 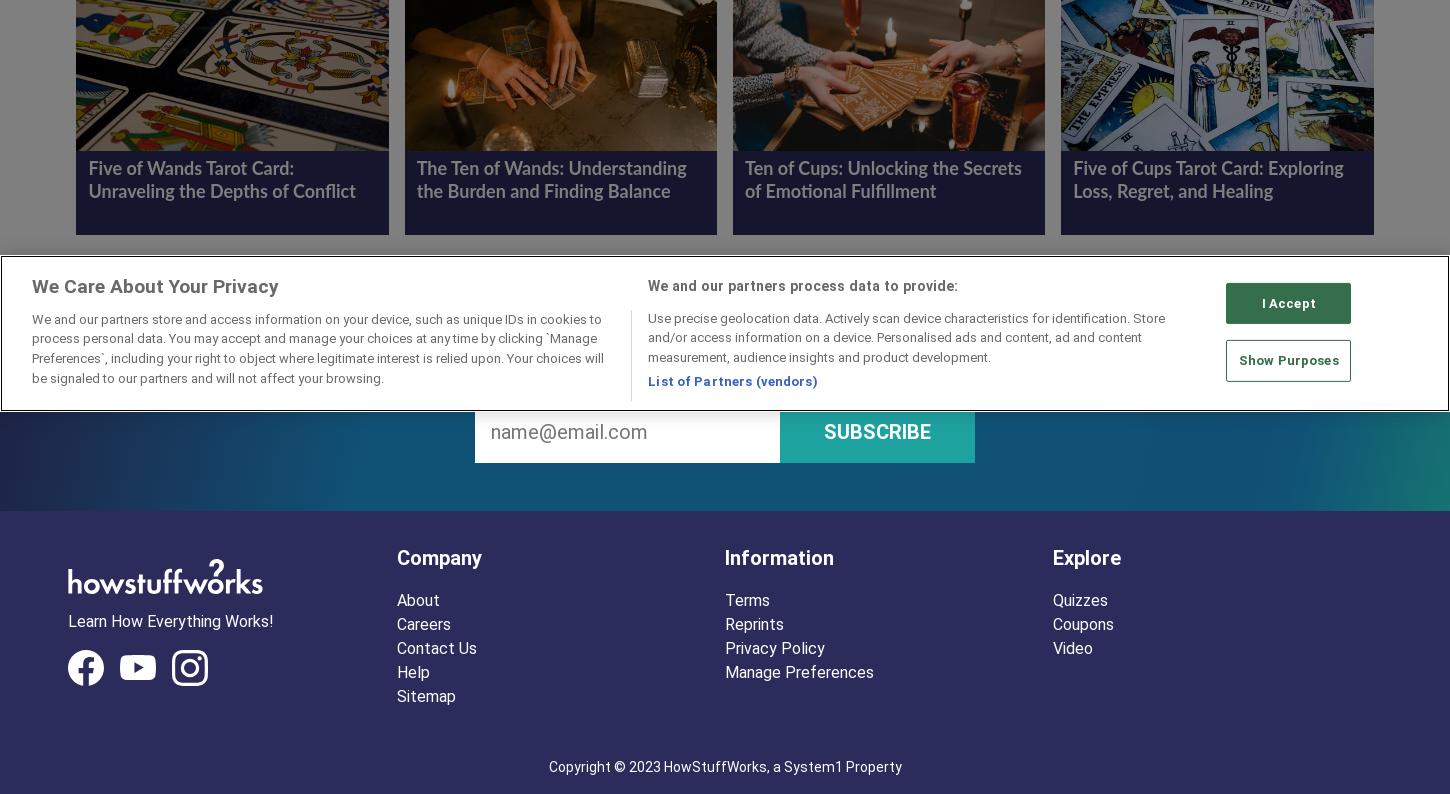 I want to click on 'The Ten of Wands: Understanding the Burden and Finding Balance', so click(x=551, y=180).